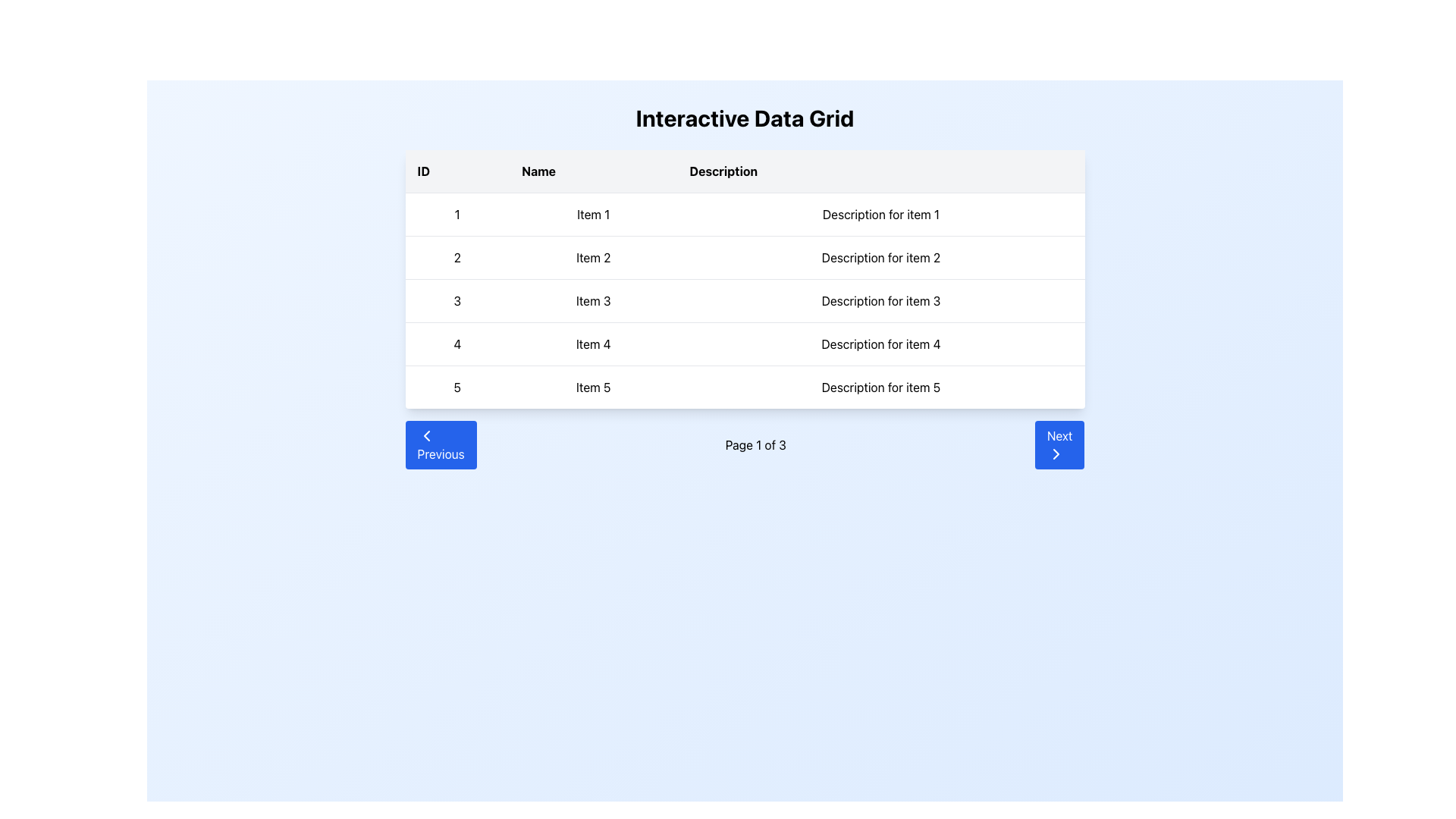  I want to click on keyboard navigation, so click(1055, 453).